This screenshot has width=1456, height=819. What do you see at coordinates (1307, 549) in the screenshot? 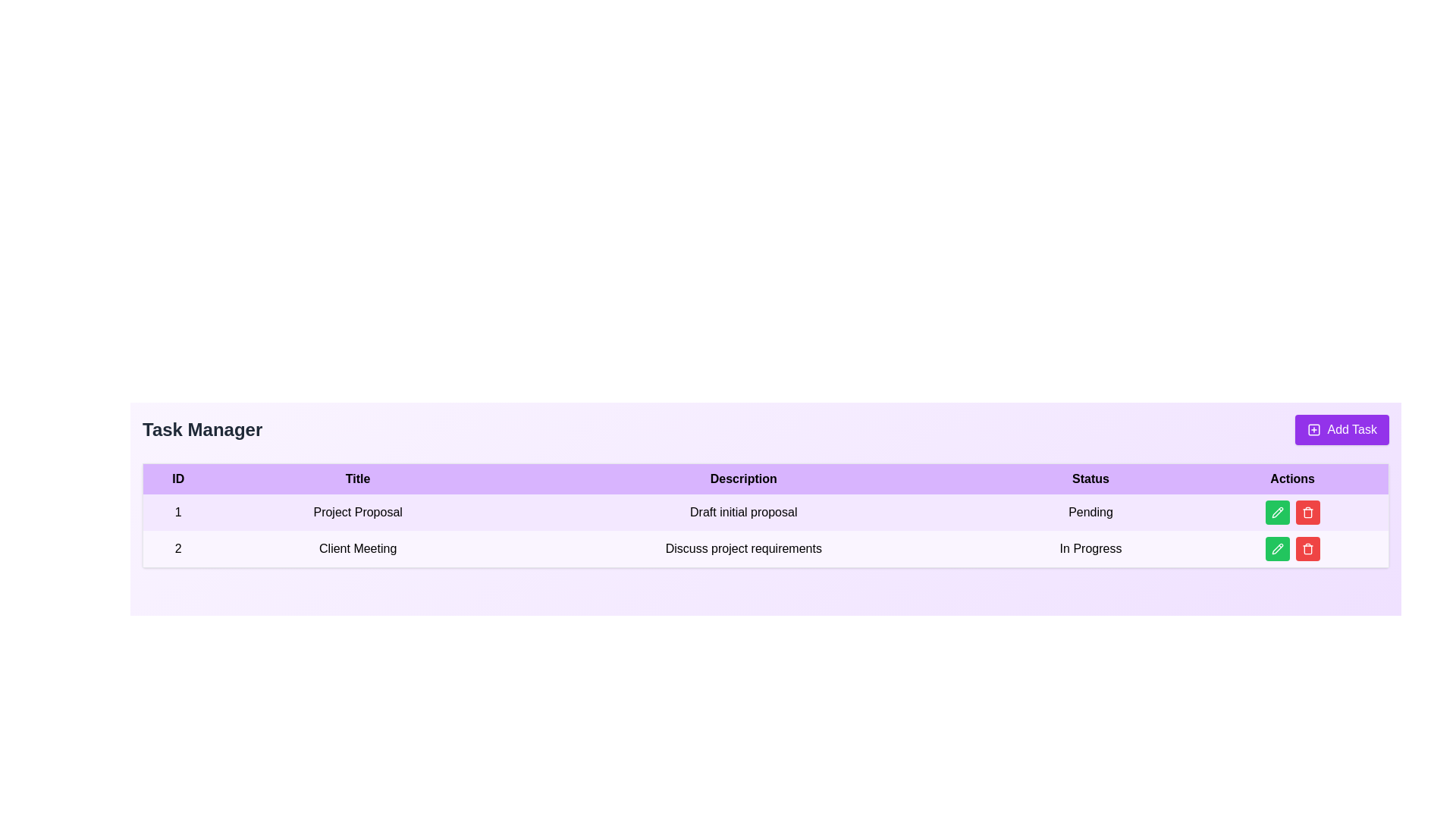
I see `the red delete button with a trash can icon located in the 'Actions' column of the second row of the table for the 'Client Meeting' task to initiate the delete action` at bounding box center [1307, 549].